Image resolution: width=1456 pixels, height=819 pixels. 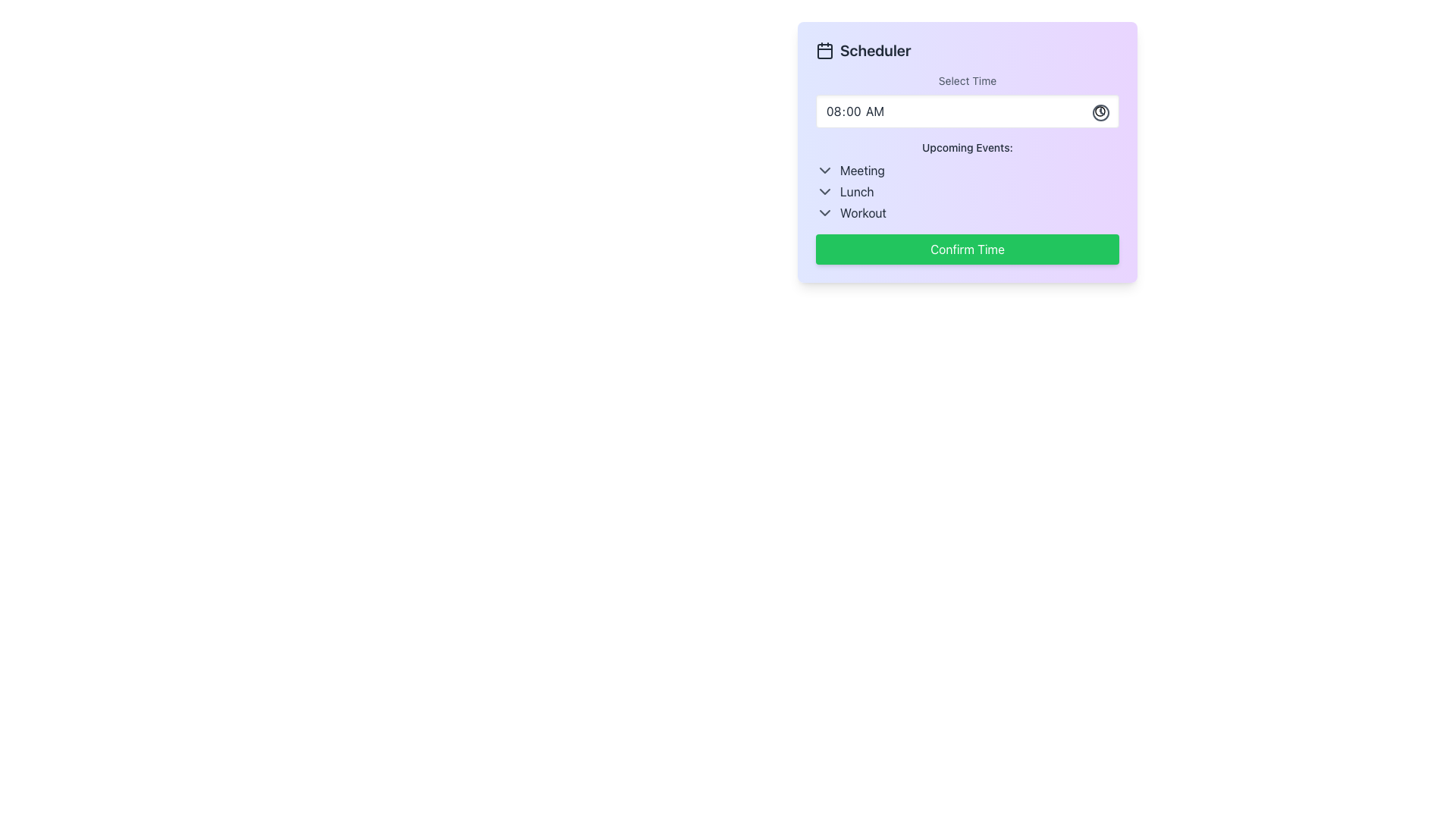 I want to click on the 'Select Time' label in the scheduler interface, which is displayed in a subdued gray font and is located at the top-middle of the scheduler card, so click(x=967, y=81).